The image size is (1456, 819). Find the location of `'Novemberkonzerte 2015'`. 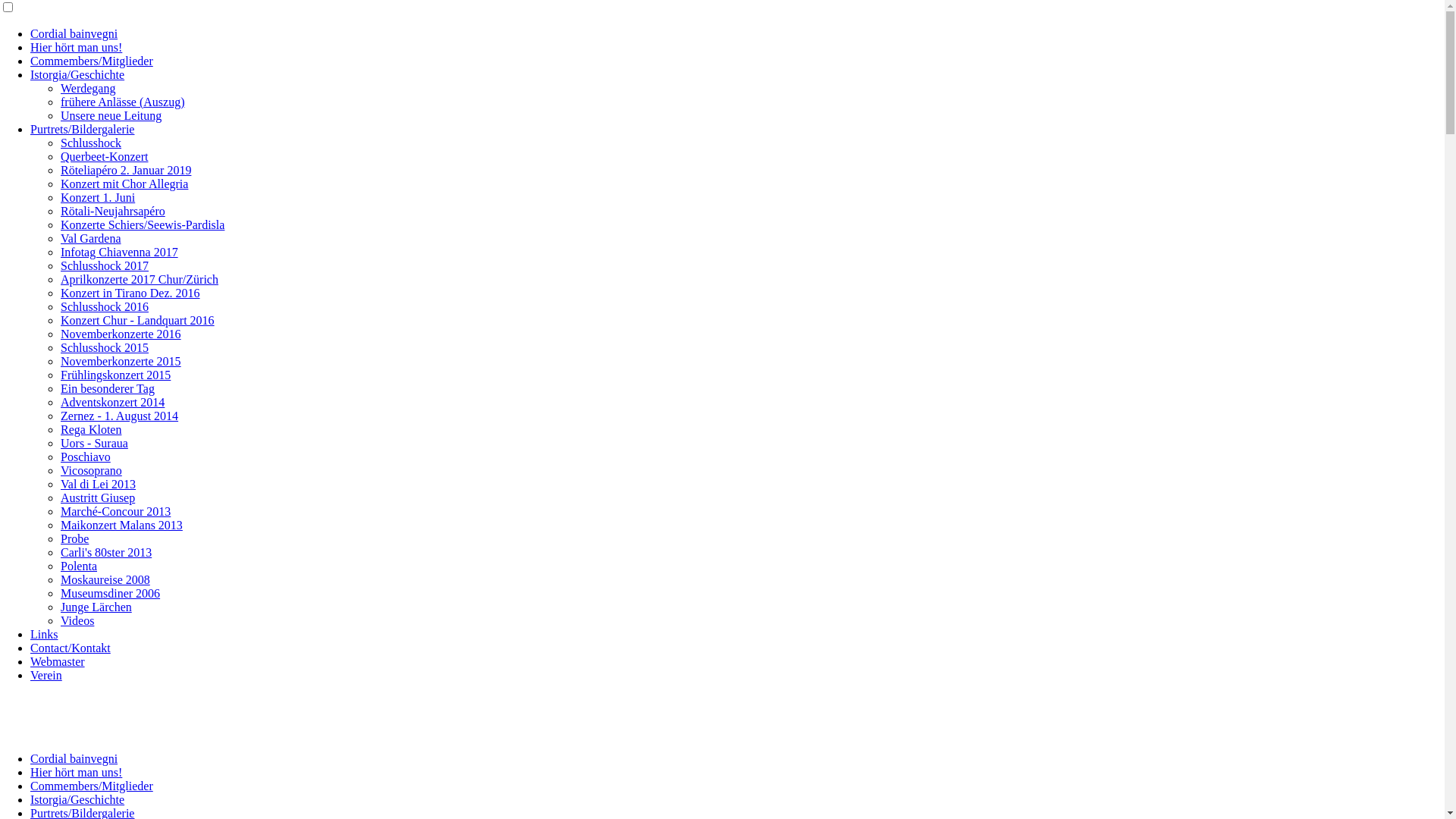

'Novemberkonzerte 2015' is located at coordinates (61, 361).